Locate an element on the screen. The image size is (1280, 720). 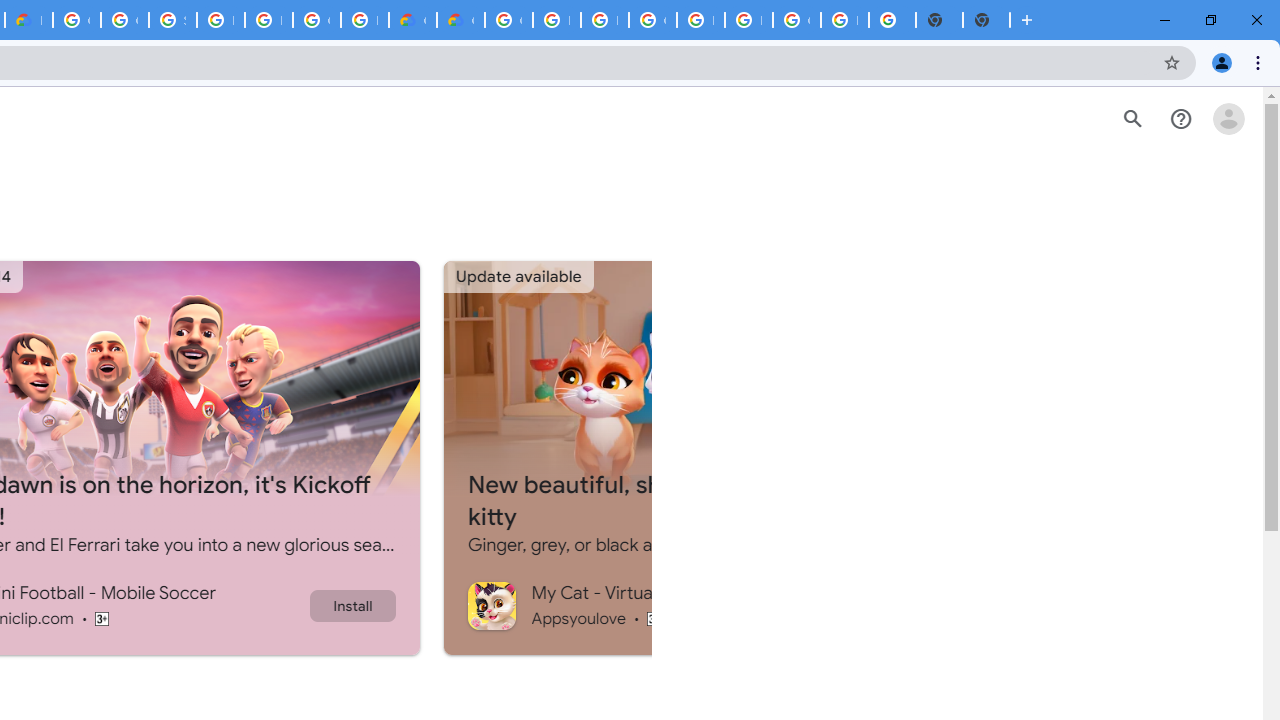
'Google Cloud Estimate Summary' is located at coordinates (459, 20).